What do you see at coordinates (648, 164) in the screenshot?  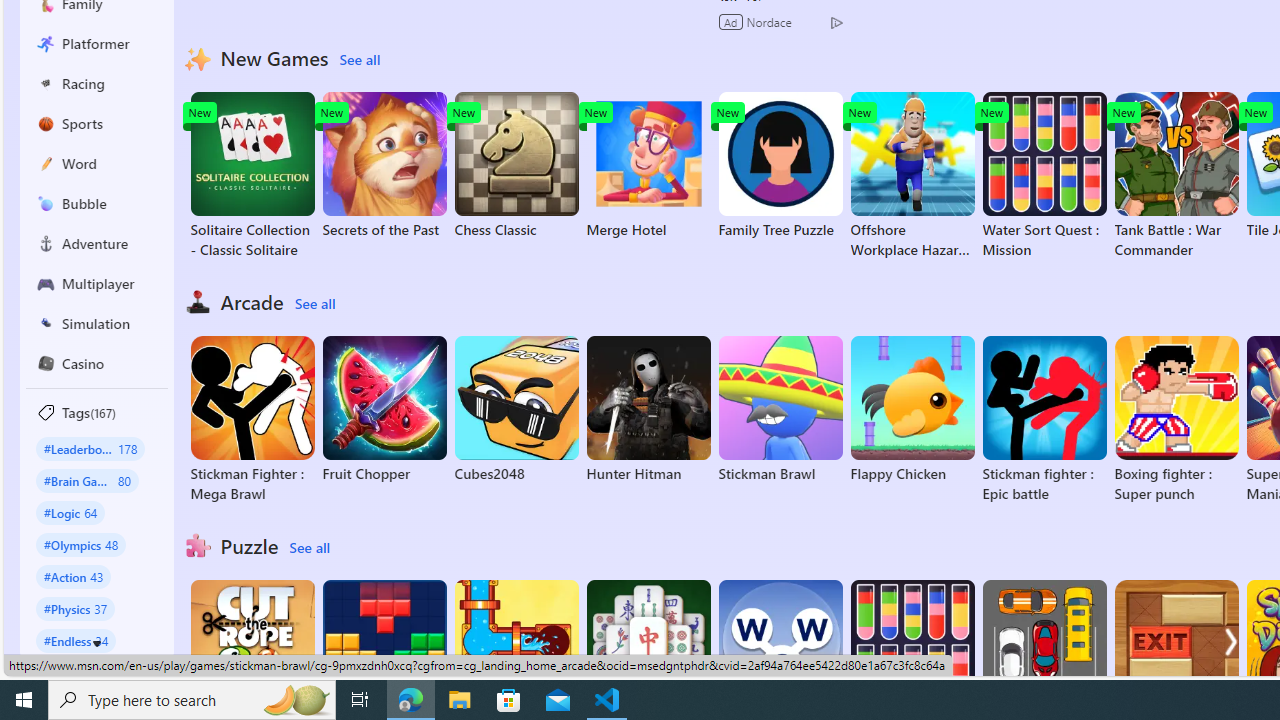 I see `'Merge Hotel'` at bounding box center [648, 164].